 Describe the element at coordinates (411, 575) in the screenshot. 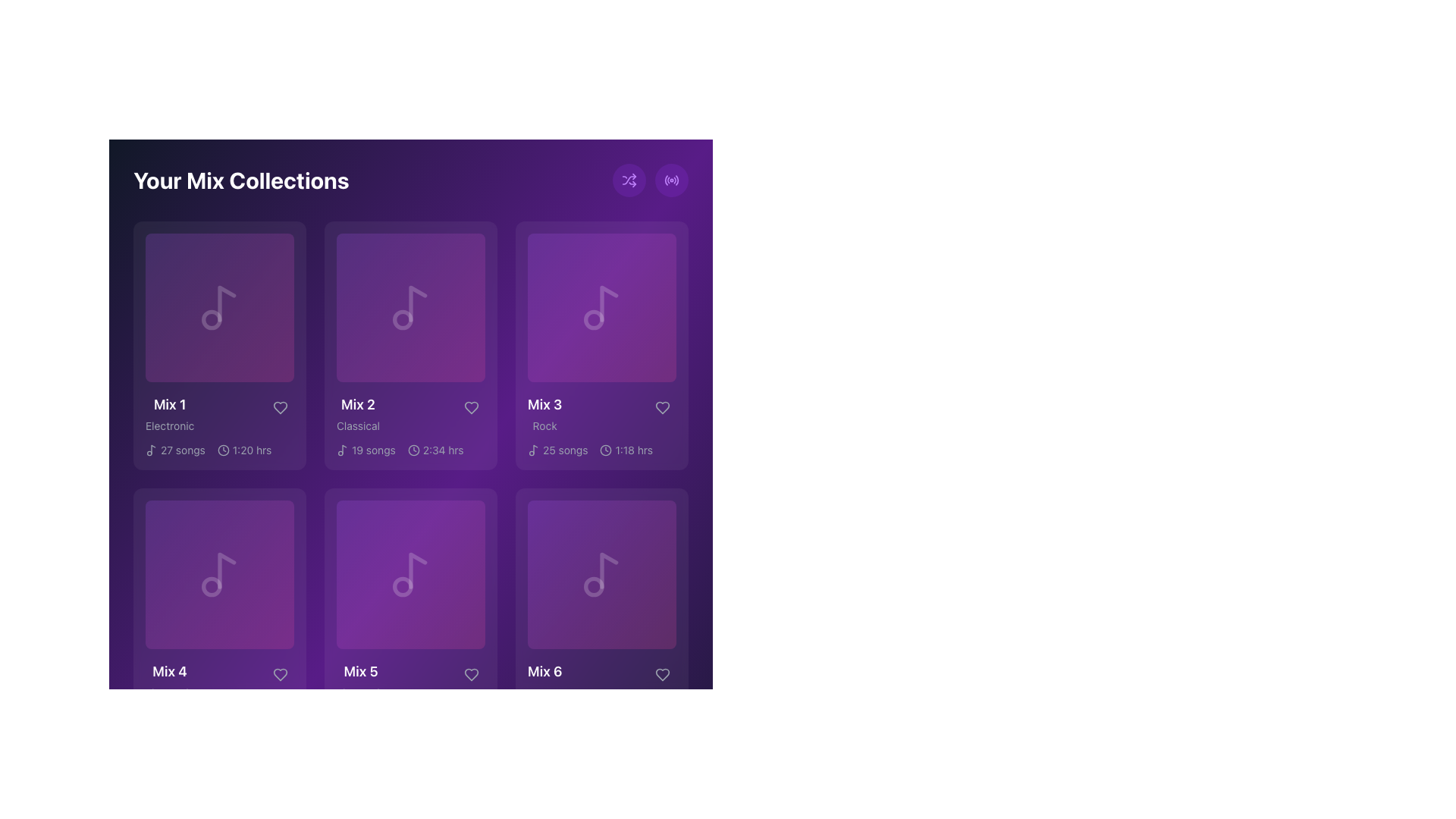

I see `the circular button with a purple background and a white play icon at the center of the 'Mix 5' card` at that location.